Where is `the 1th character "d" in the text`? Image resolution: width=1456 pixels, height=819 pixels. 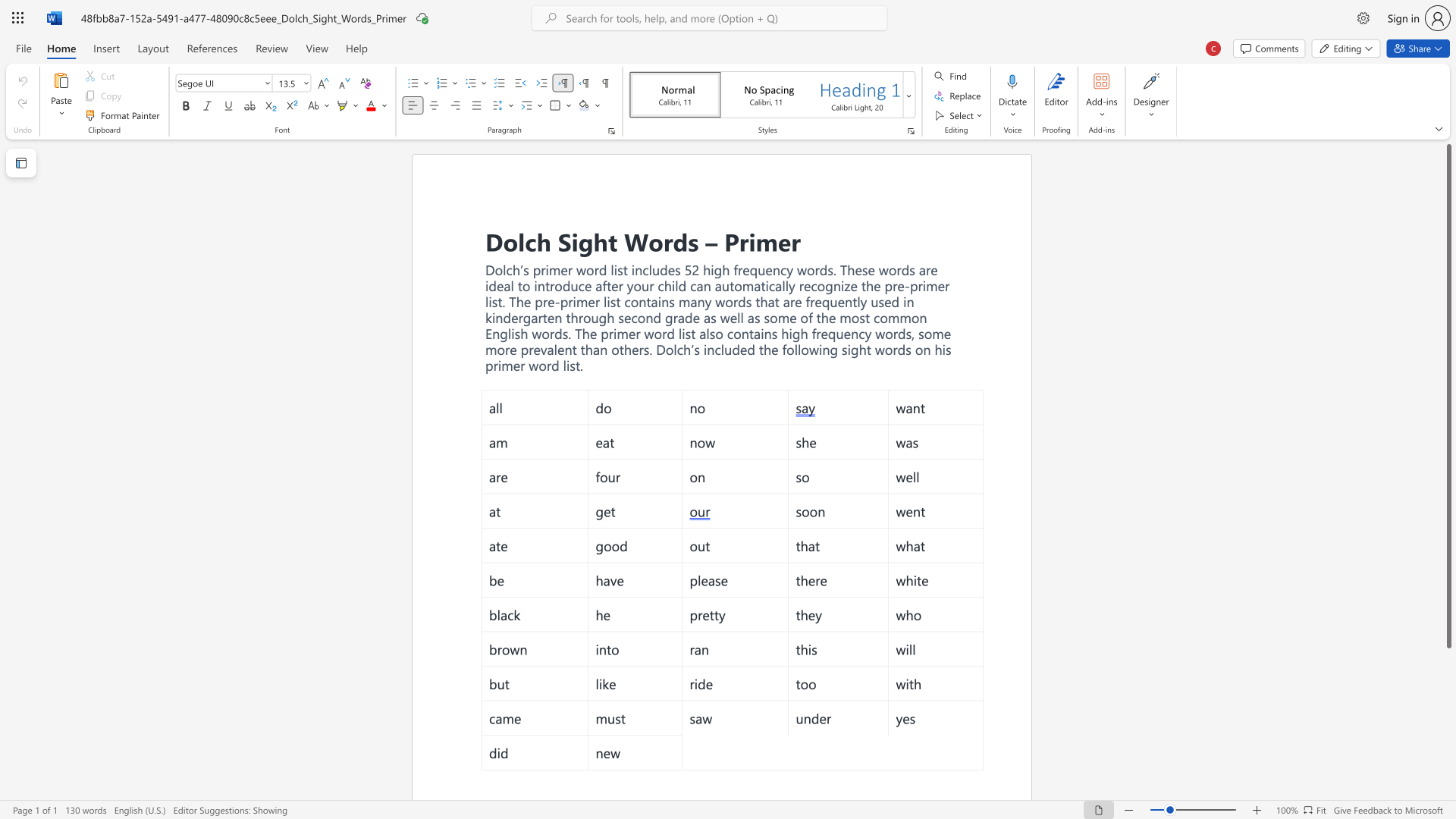 the 1th character "d" in the text is located at coordinates (679, 240).